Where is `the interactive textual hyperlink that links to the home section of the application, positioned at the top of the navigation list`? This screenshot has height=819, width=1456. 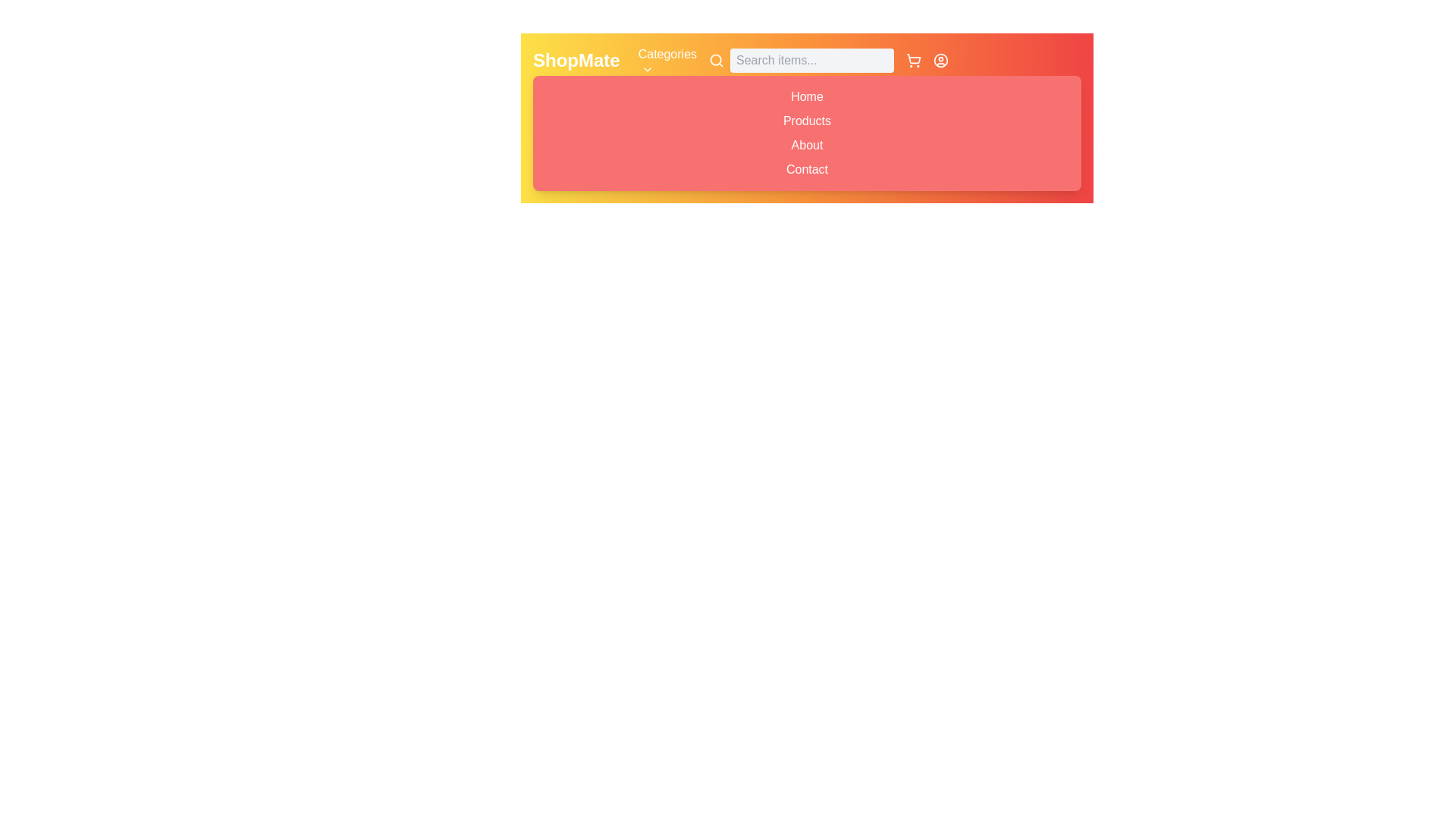 the interactive textual hyperlink that links to the home section of the application, positioned at the top of the navigation list is located at coordinates (806, 96).